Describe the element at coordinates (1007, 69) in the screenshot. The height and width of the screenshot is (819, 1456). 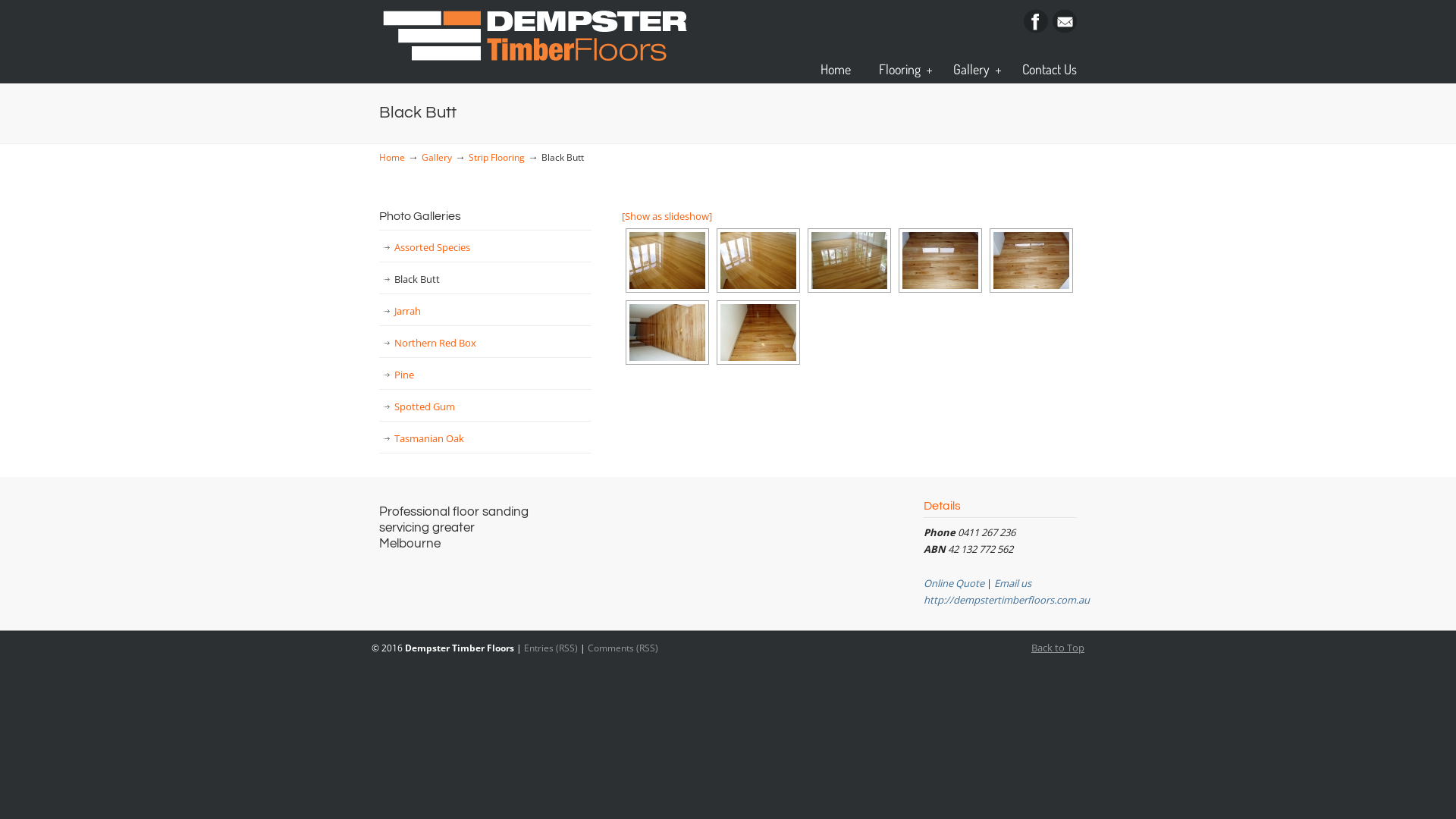
I see `'Contact Us'` at that location.